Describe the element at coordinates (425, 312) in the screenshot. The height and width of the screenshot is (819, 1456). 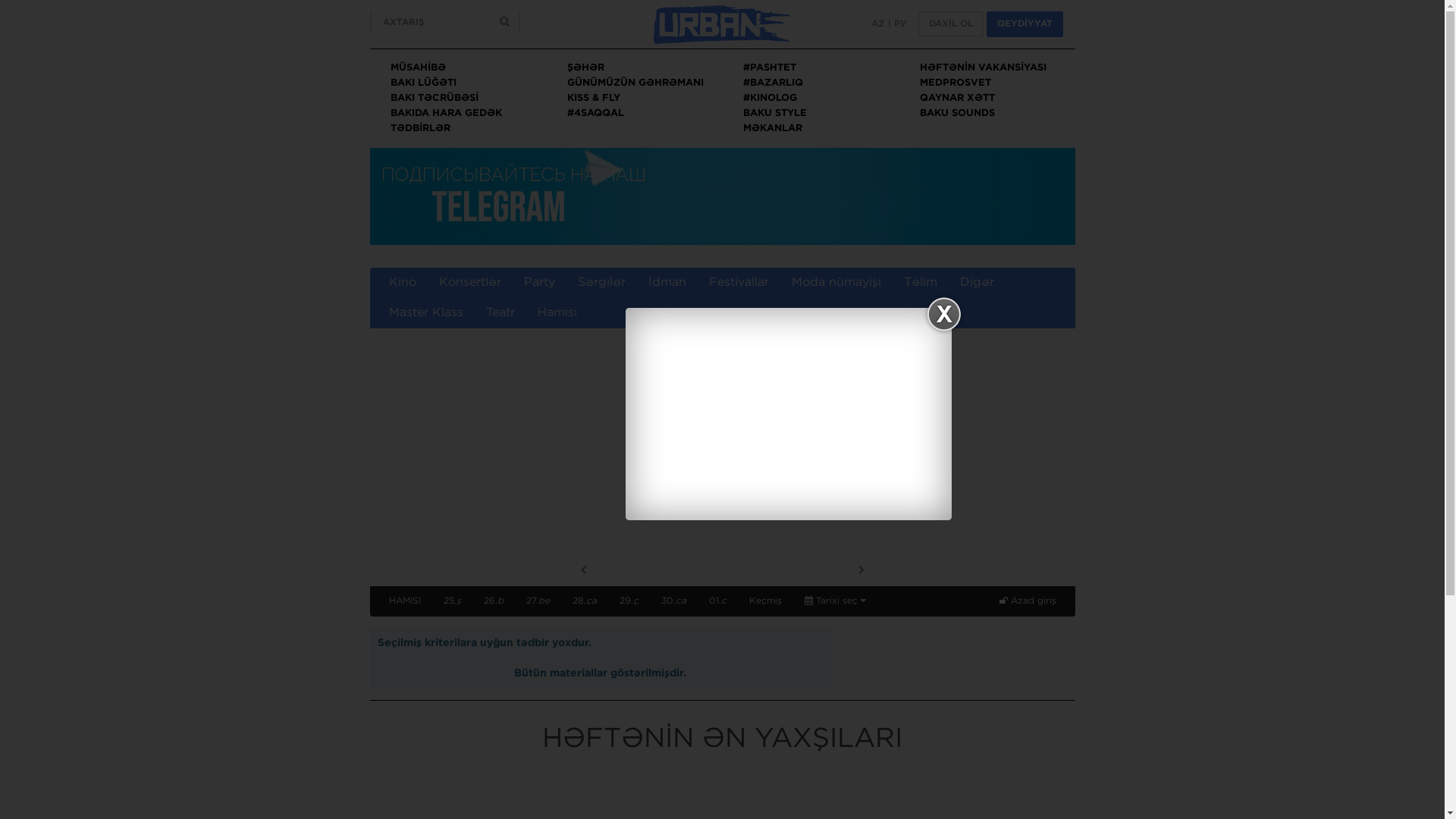
I see `'Master Klass'` at that location.